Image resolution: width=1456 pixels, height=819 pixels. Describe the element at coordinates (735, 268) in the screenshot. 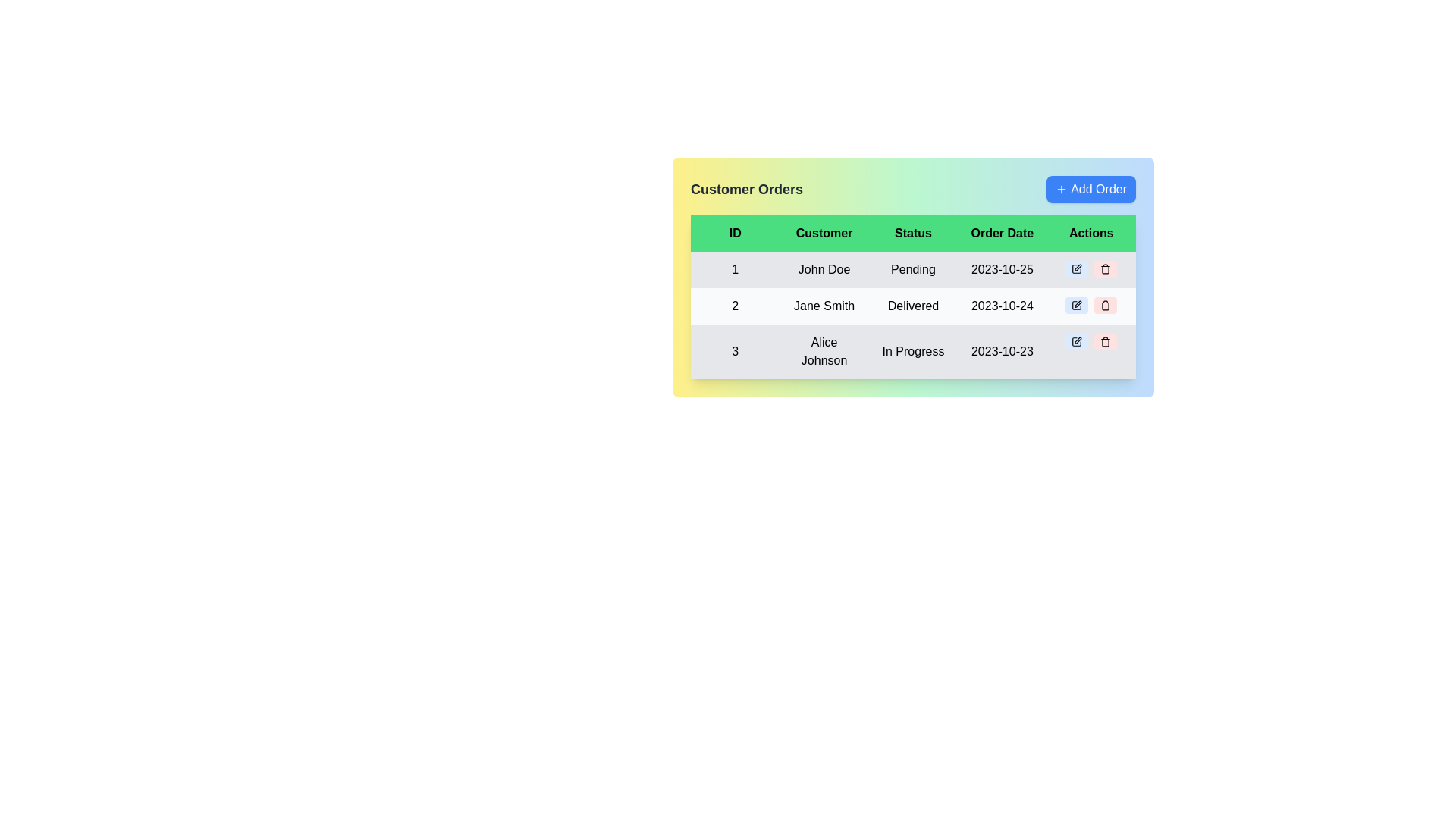

I see `the number '1' displayed in the first cell of the table under the 'ID' column, which has a gray background and black text color` at that location.